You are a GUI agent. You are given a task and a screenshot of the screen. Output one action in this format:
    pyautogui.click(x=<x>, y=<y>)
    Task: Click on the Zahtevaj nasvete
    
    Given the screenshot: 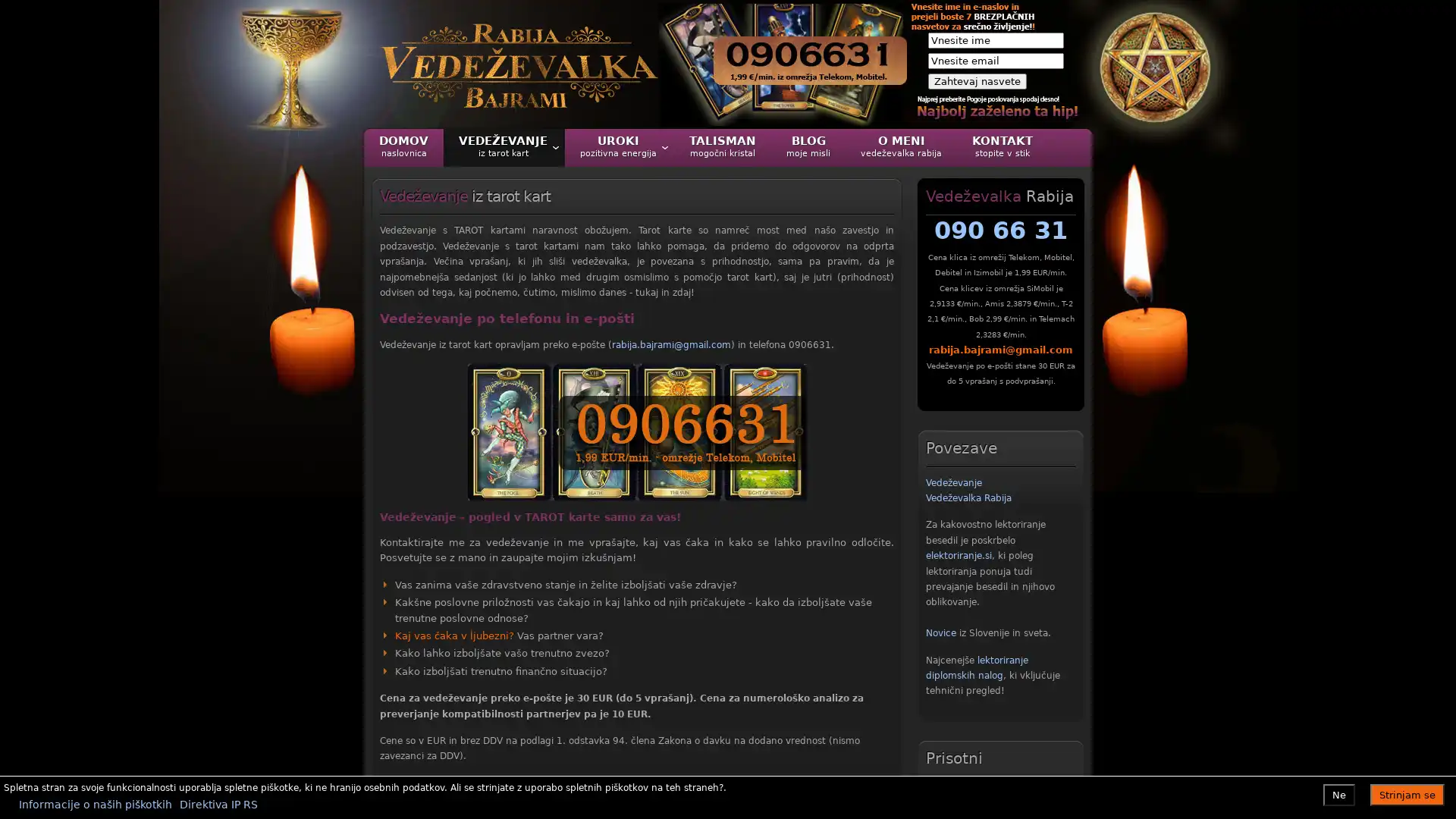 What is the action you would take?
    pyautogui.click(x=977, y=81)
    